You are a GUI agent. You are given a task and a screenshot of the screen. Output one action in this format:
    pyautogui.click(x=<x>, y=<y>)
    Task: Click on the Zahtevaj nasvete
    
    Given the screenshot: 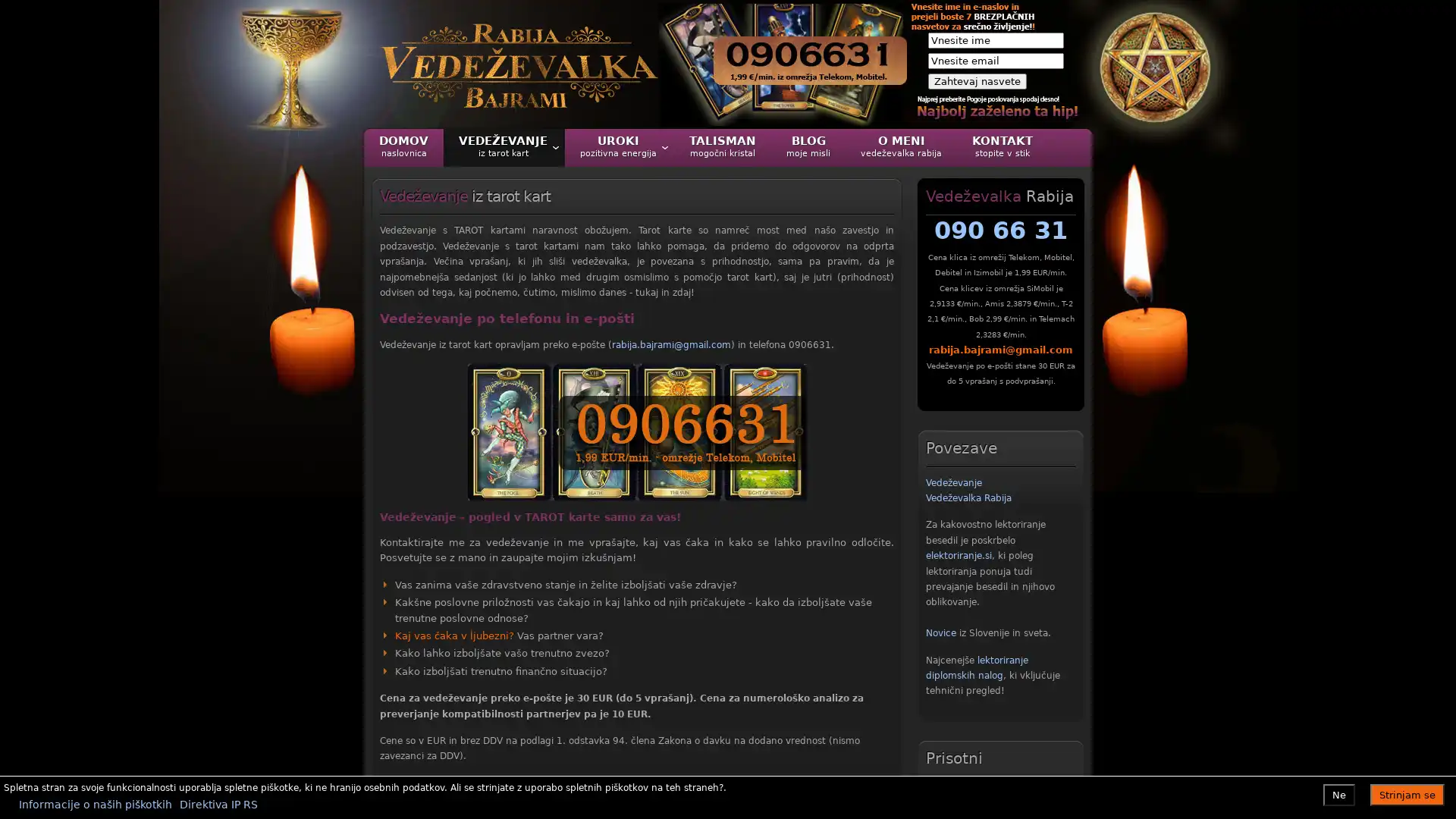 What is the action you would take?
    pyautogui.click(x=977, y=81)
    